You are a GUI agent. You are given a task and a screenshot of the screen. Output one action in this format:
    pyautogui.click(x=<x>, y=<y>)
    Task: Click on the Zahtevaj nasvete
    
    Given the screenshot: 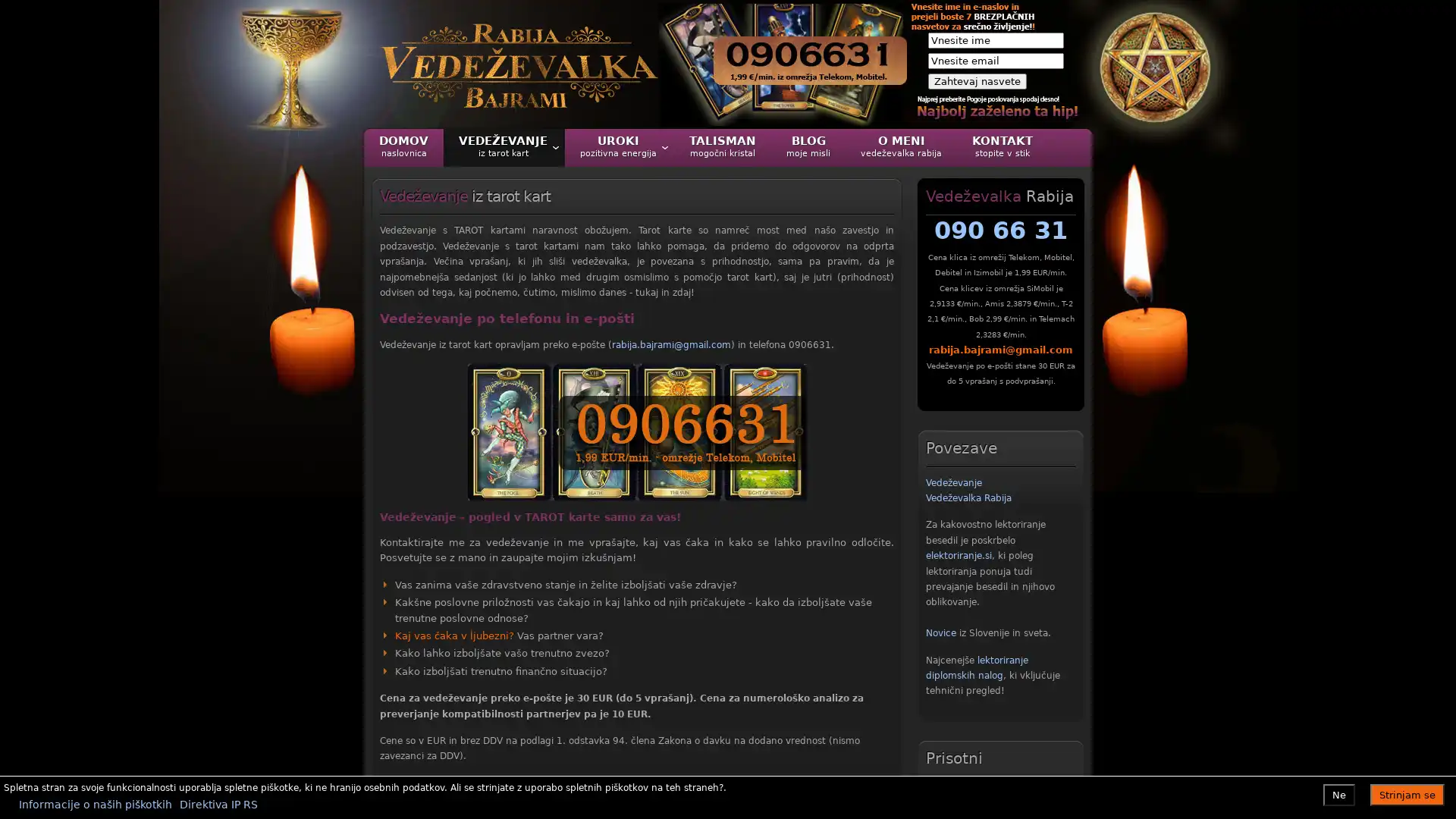 What is the action you would take?
    pyautogui.click(x=977, y=81)
    